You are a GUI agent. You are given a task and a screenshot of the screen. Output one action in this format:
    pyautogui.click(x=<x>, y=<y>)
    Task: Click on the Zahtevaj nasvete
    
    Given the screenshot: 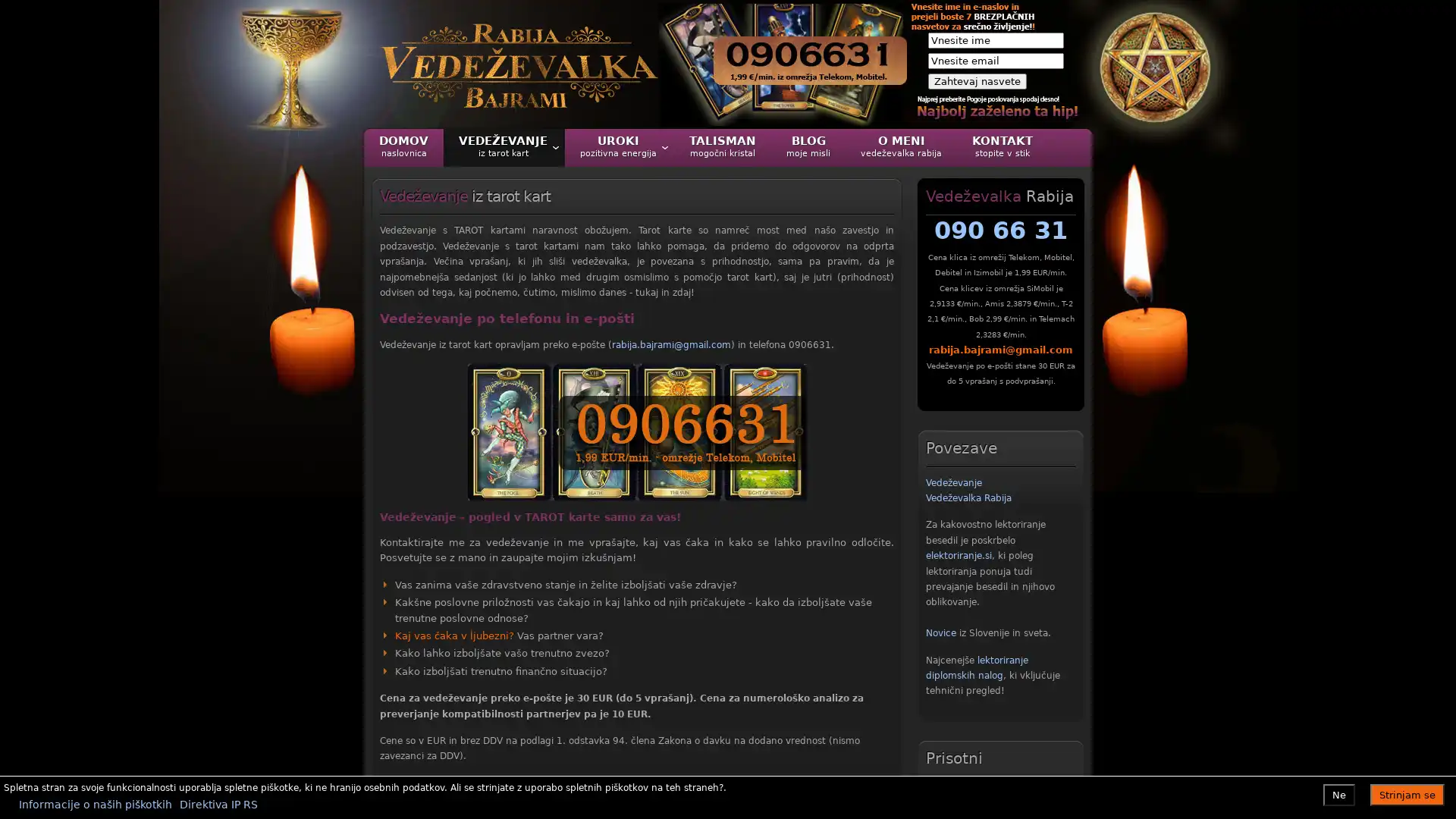 What is the action you would take?
    pyautogui.click(x=977, y=81)
    